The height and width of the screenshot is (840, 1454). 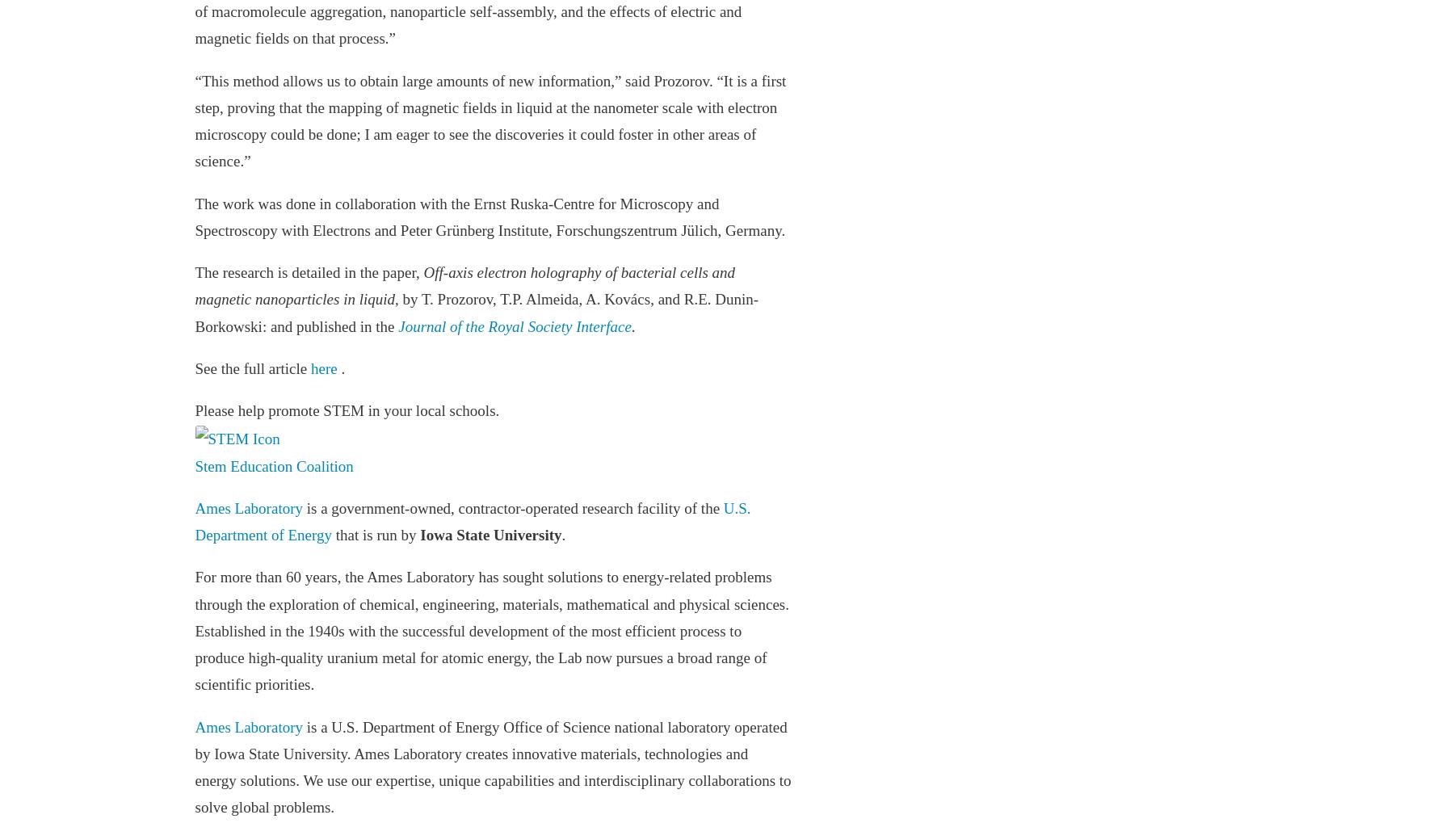 What do you see at coordinates (464, 285) in the screenshot?
I see `'Off-axis electron holography of bacterial cells and magnetic nanoparticles in liquid'` at bounding box center [464, 285].